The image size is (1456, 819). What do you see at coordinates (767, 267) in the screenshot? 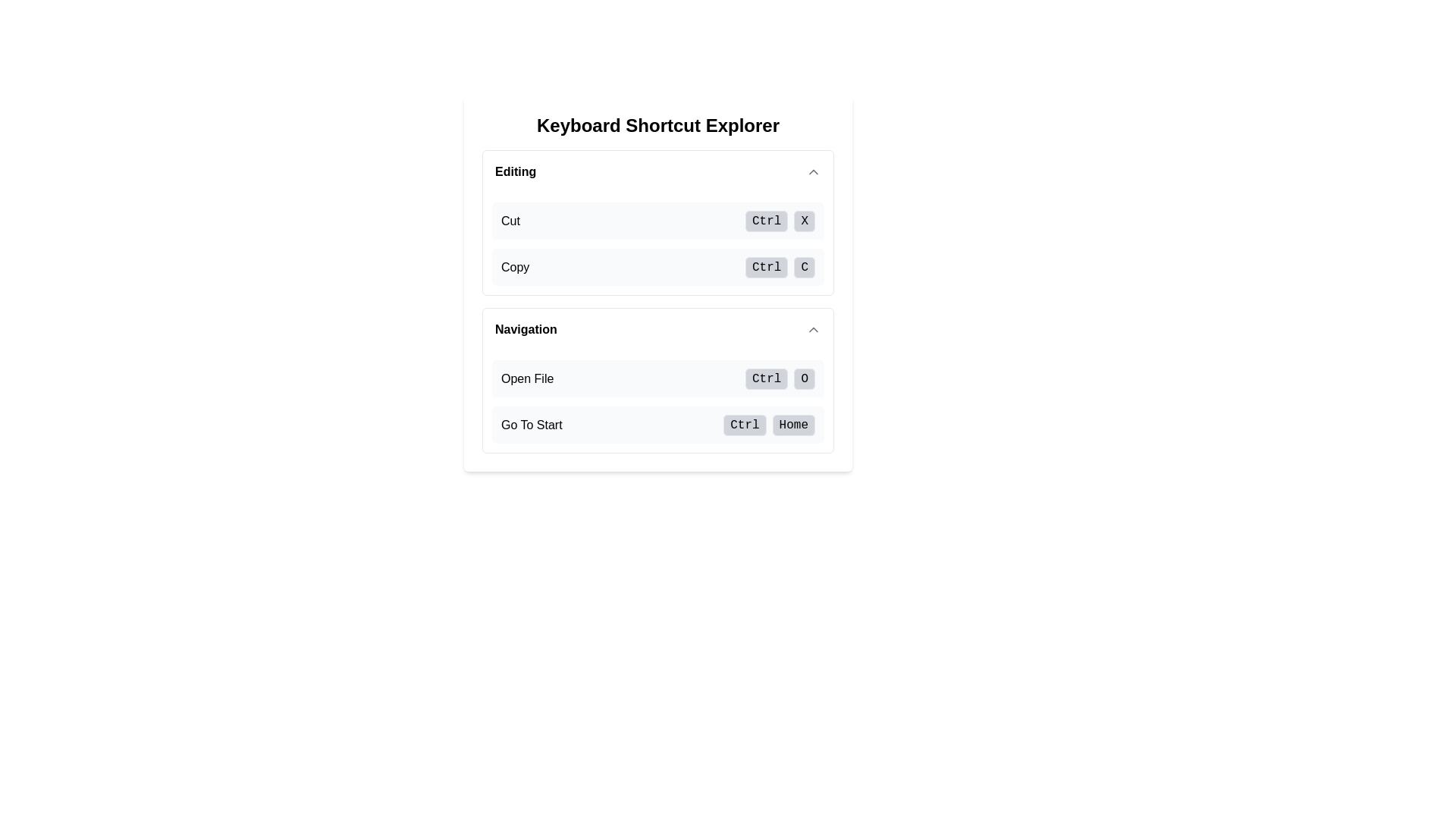
I see `the 'Ctrl' key label in the 'Copy' action row of the 'Editing' section within the keyboard shortcut explorer interface` at bounding box center [767, 267].